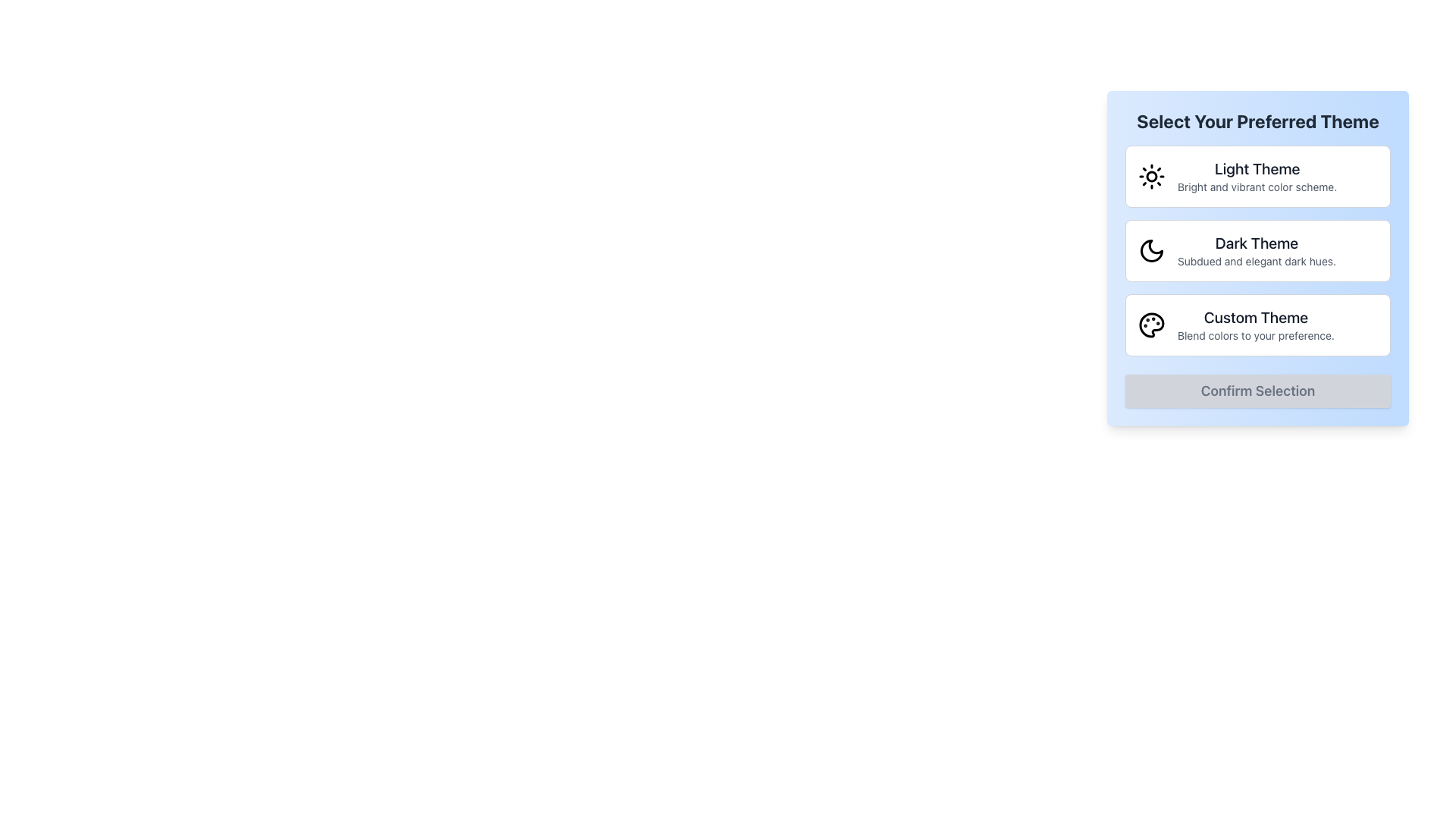 This screenshot has height=819, width=1456. I want to click on the heading text label 'Select Your Preferred Theme' which is styled in a large, bold font and located at the top of the theme selection card layout, so click(1258, 120).